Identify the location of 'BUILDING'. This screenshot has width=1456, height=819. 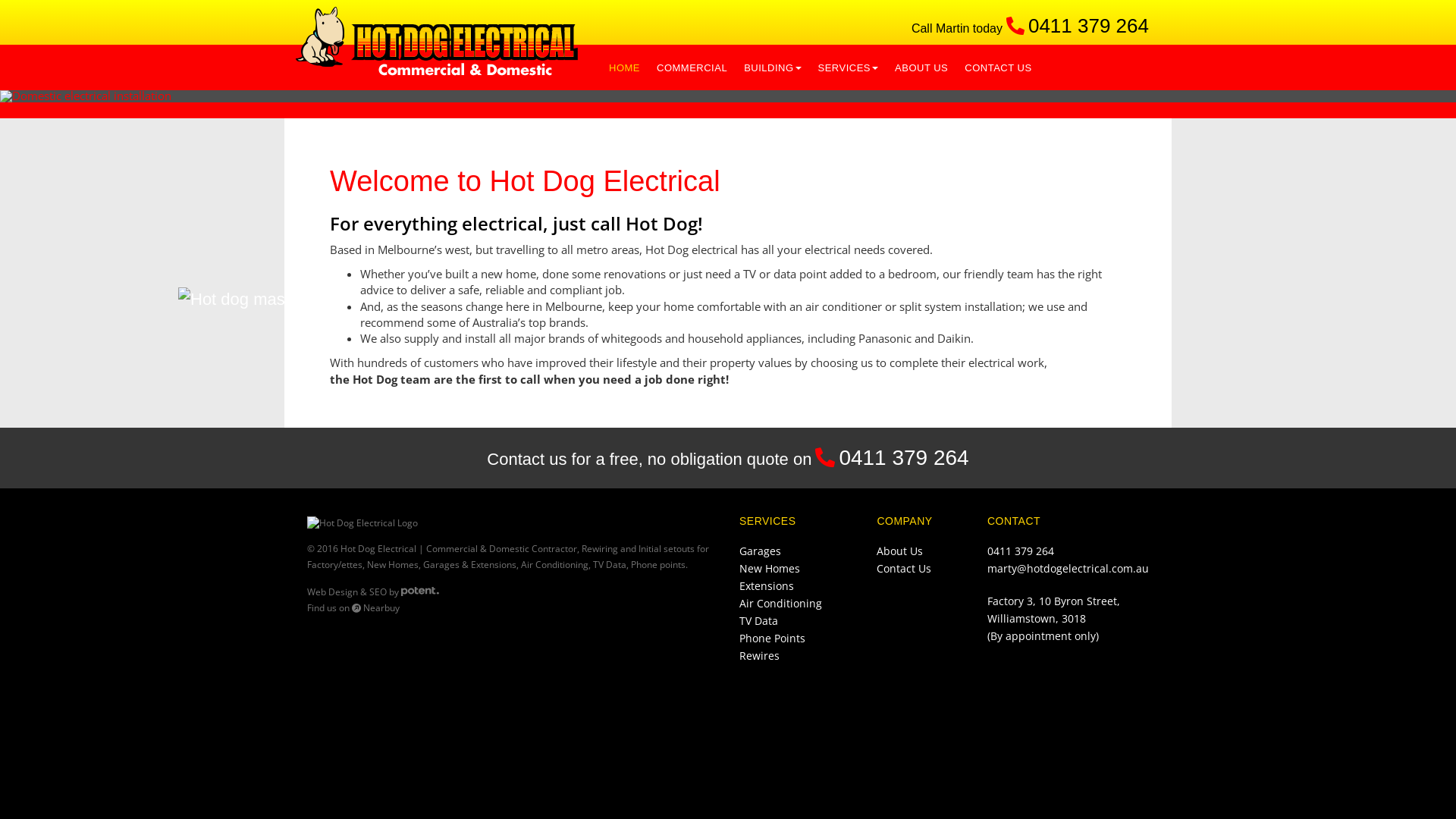
(772, 66).